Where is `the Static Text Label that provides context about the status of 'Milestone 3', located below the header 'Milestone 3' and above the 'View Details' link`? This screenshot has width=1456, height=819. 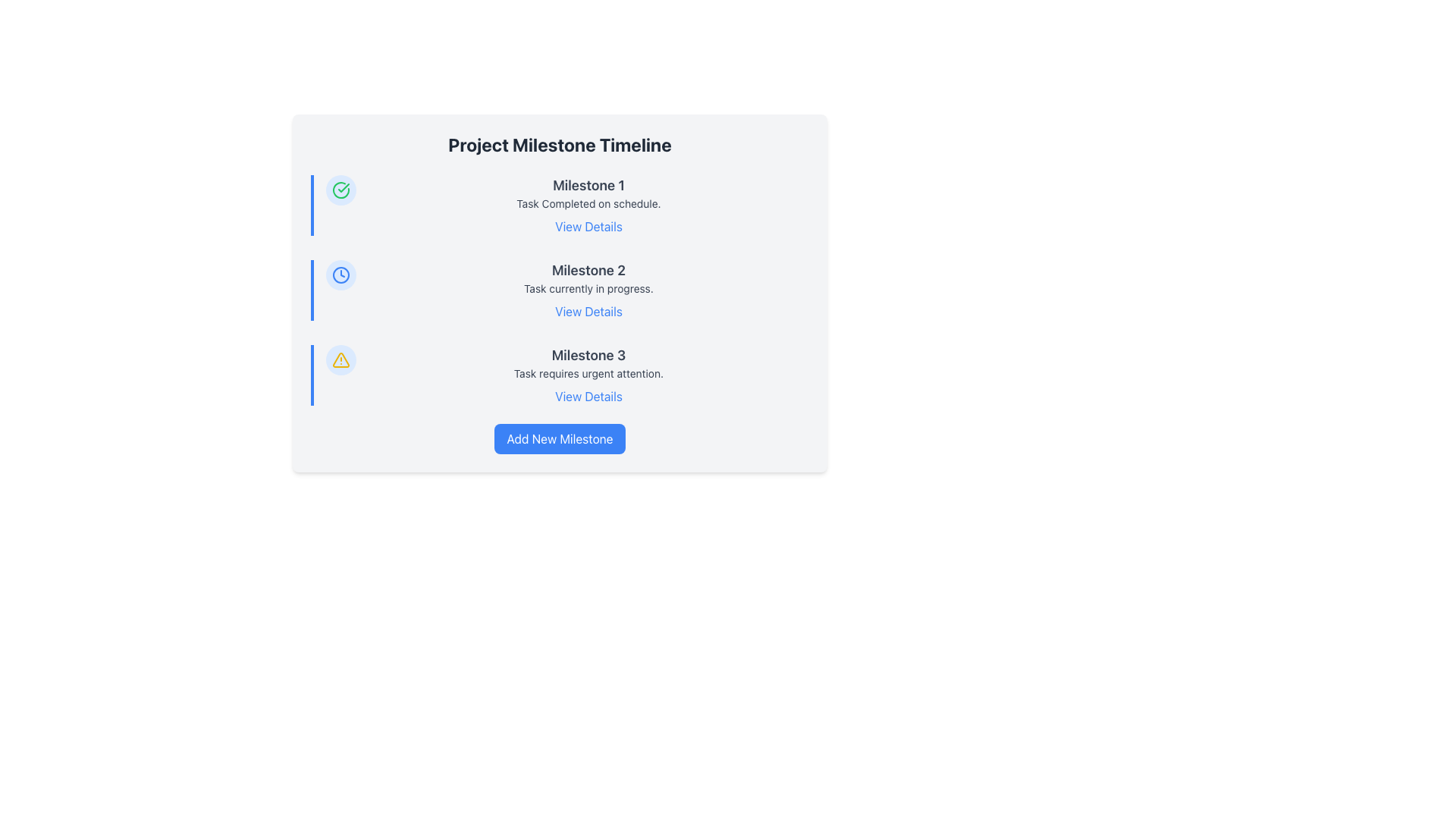
the Static Text Label that provides context about the status of 'Milestone 3', located below the header 'Milestone 3' and above the 'View Details' link is located at coordinates (588, 374).